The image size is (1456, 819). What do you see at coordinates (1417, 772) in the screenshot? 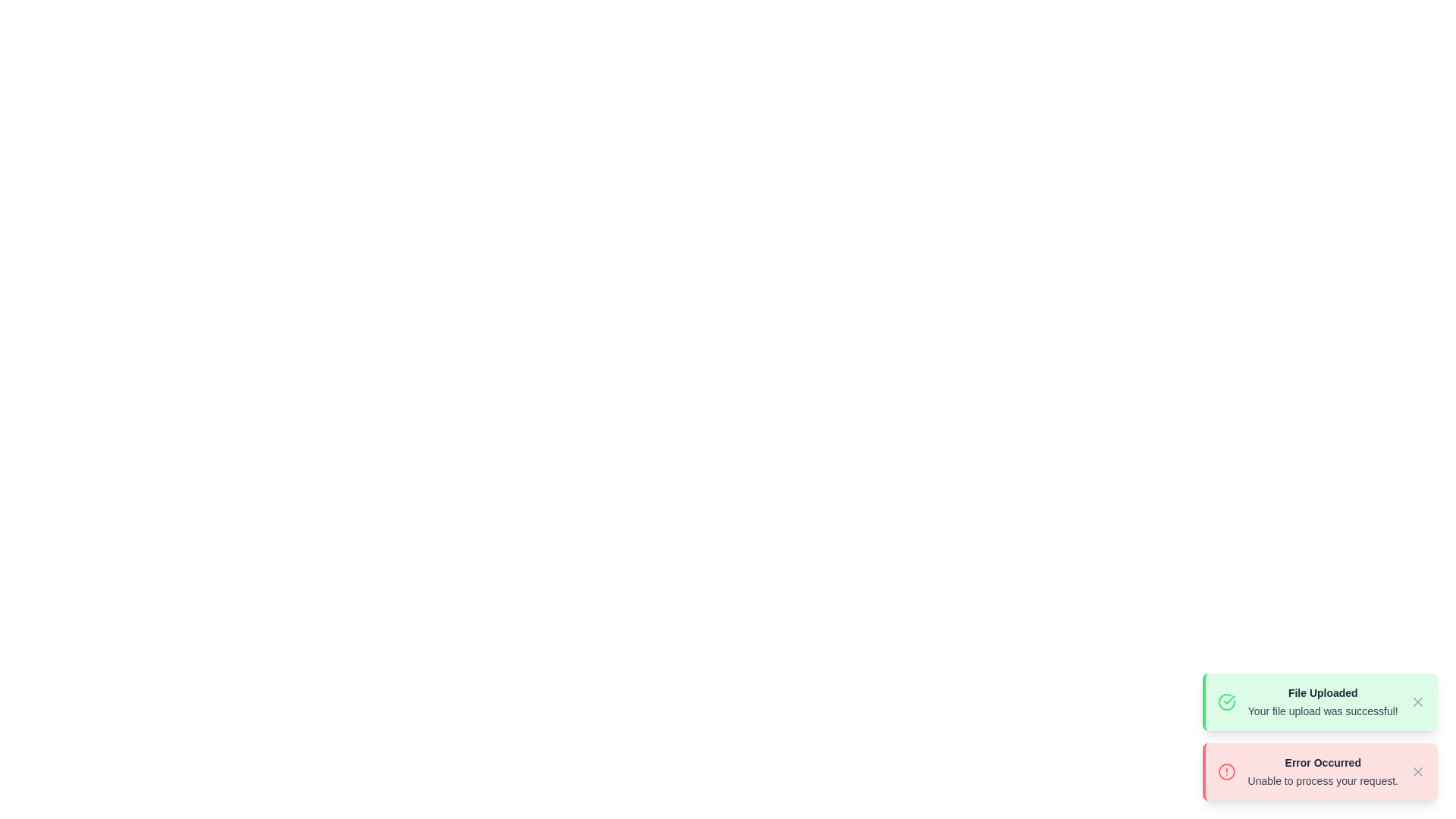
I see `the dismiss button located at the top-right corner of the red notification card labeled 'Error Occurred'` at bounding box center [1417, 772].